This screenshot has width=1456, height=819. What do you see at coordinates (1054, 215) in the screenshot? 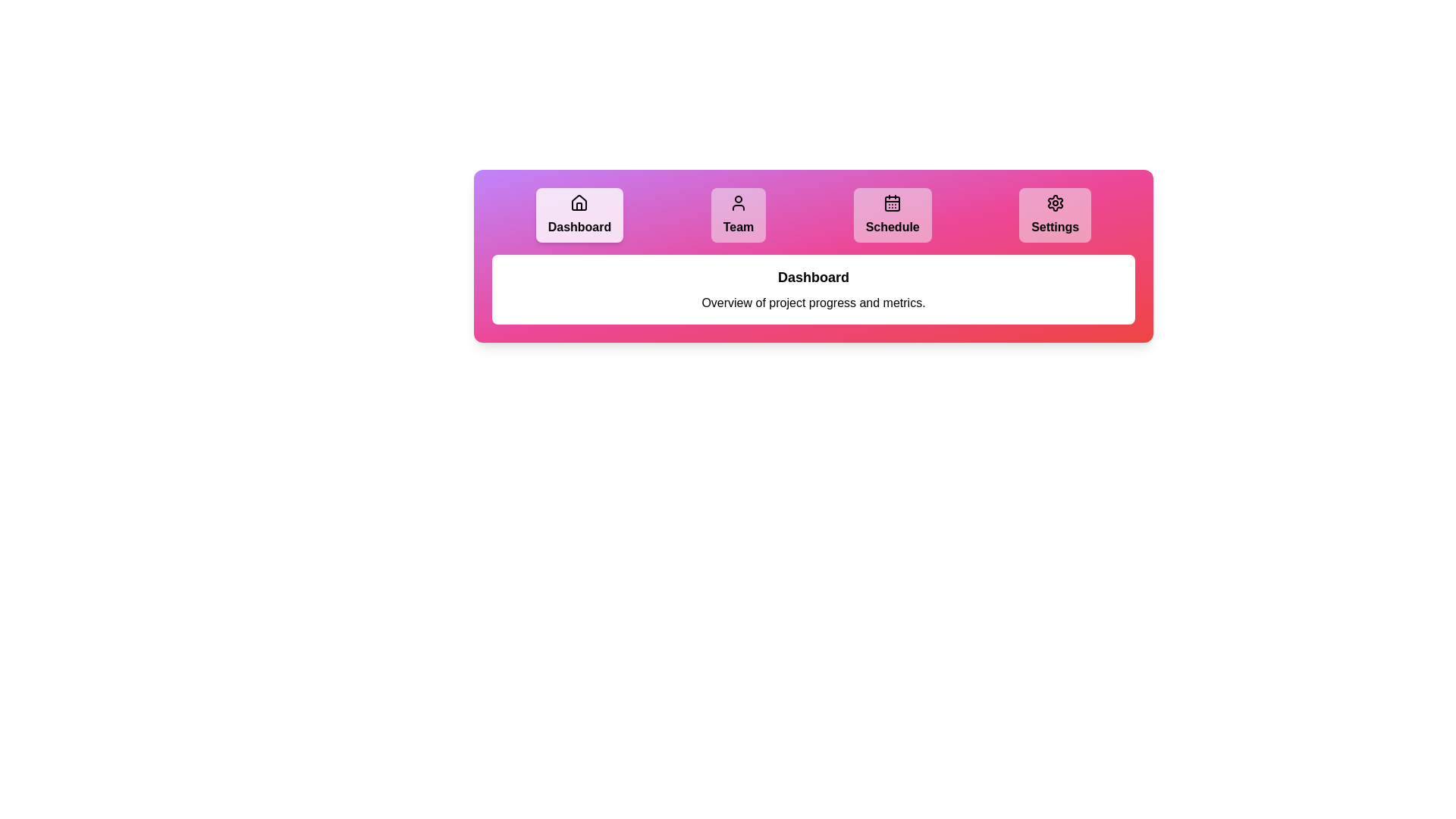
I see `the tab labeled Settings by clicking on it` at bounding box center [1054, 215].